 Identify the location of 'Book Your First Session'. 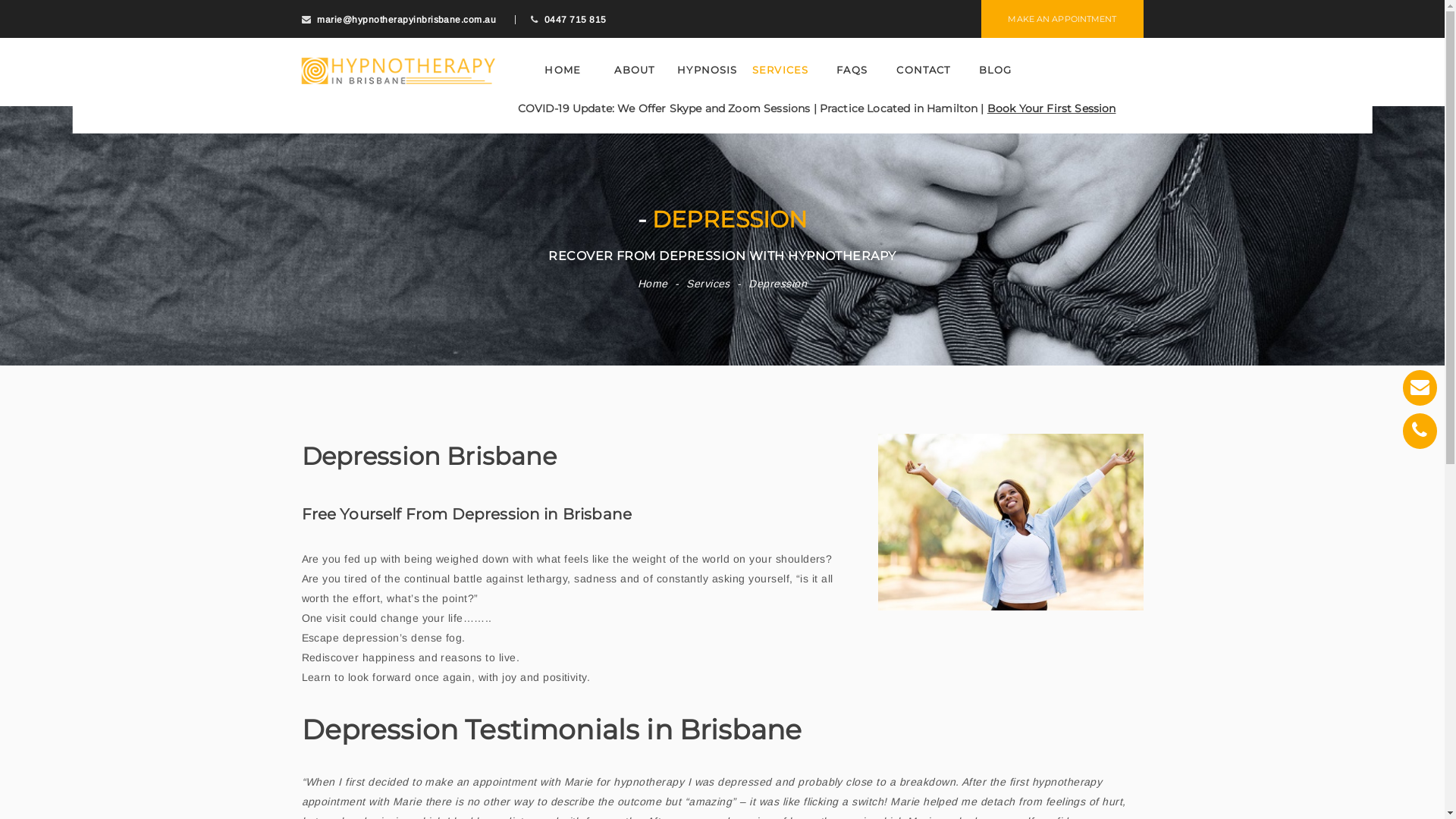
(1051, 107).